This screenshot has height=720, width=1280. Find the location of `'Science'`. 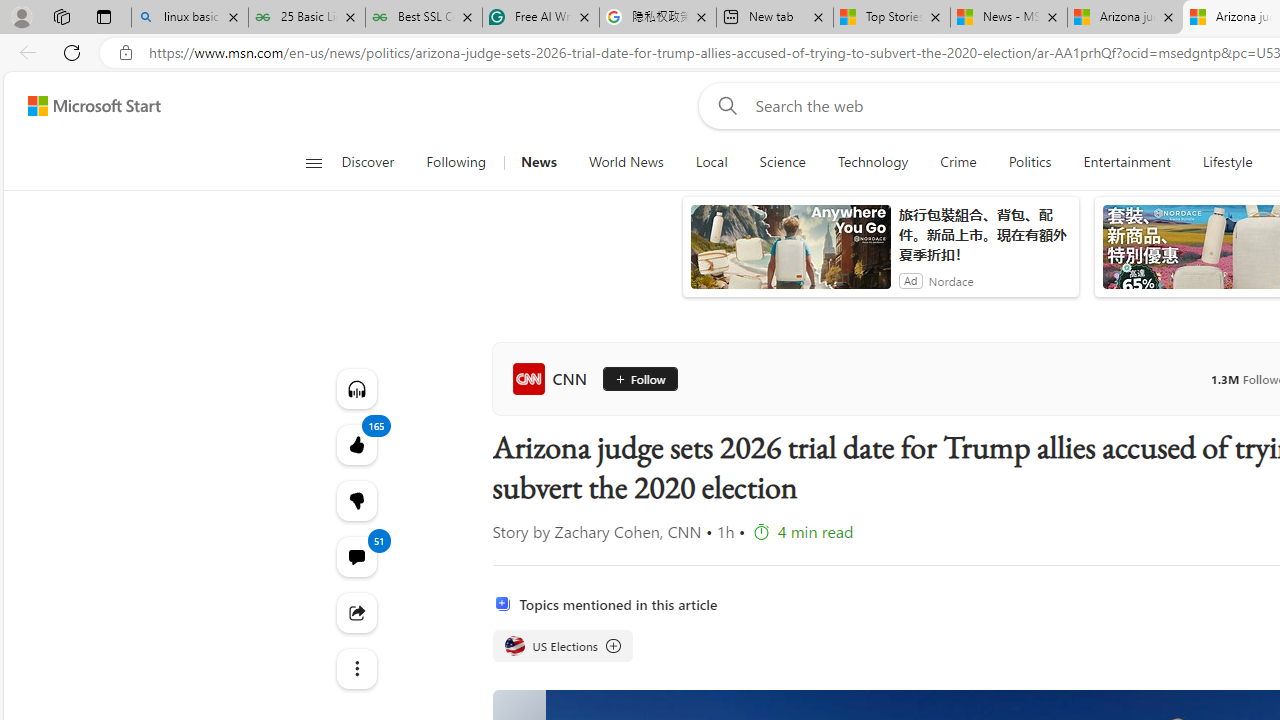

'Science' is located at coordinates (781, 162).